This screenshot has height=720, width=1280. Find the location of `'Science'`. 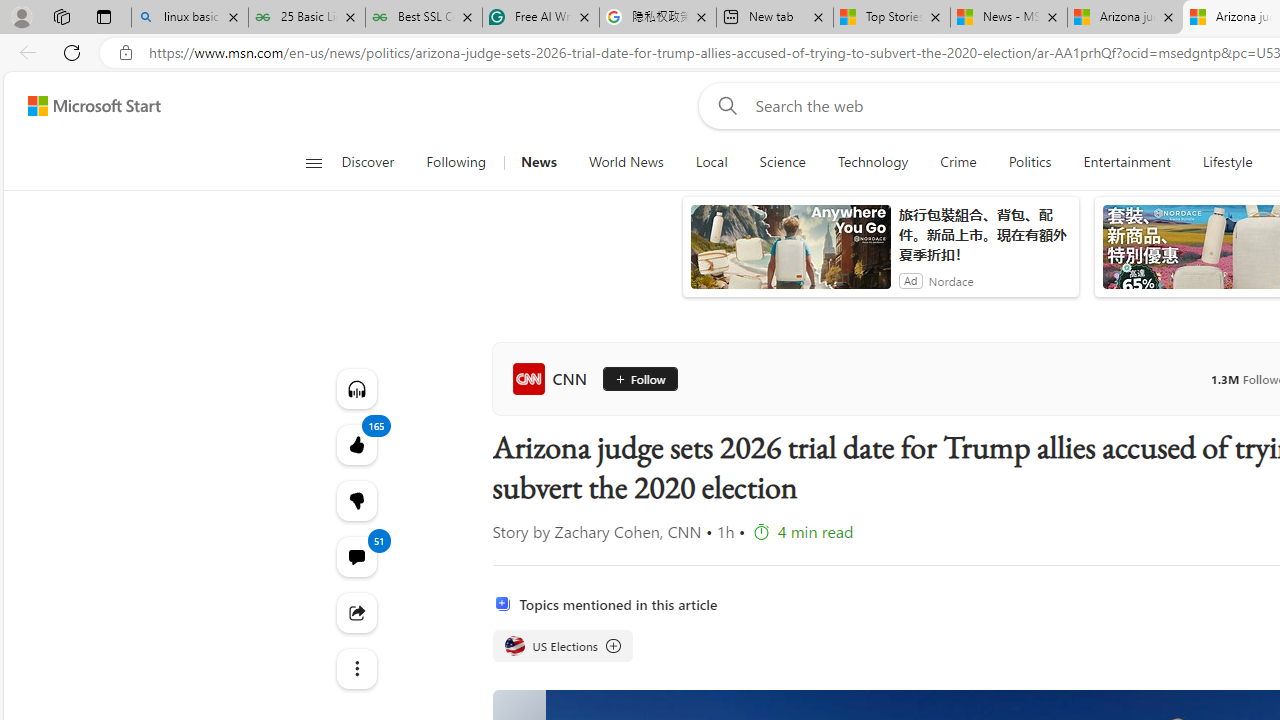

'Science' is located at coordinates (781, 162).